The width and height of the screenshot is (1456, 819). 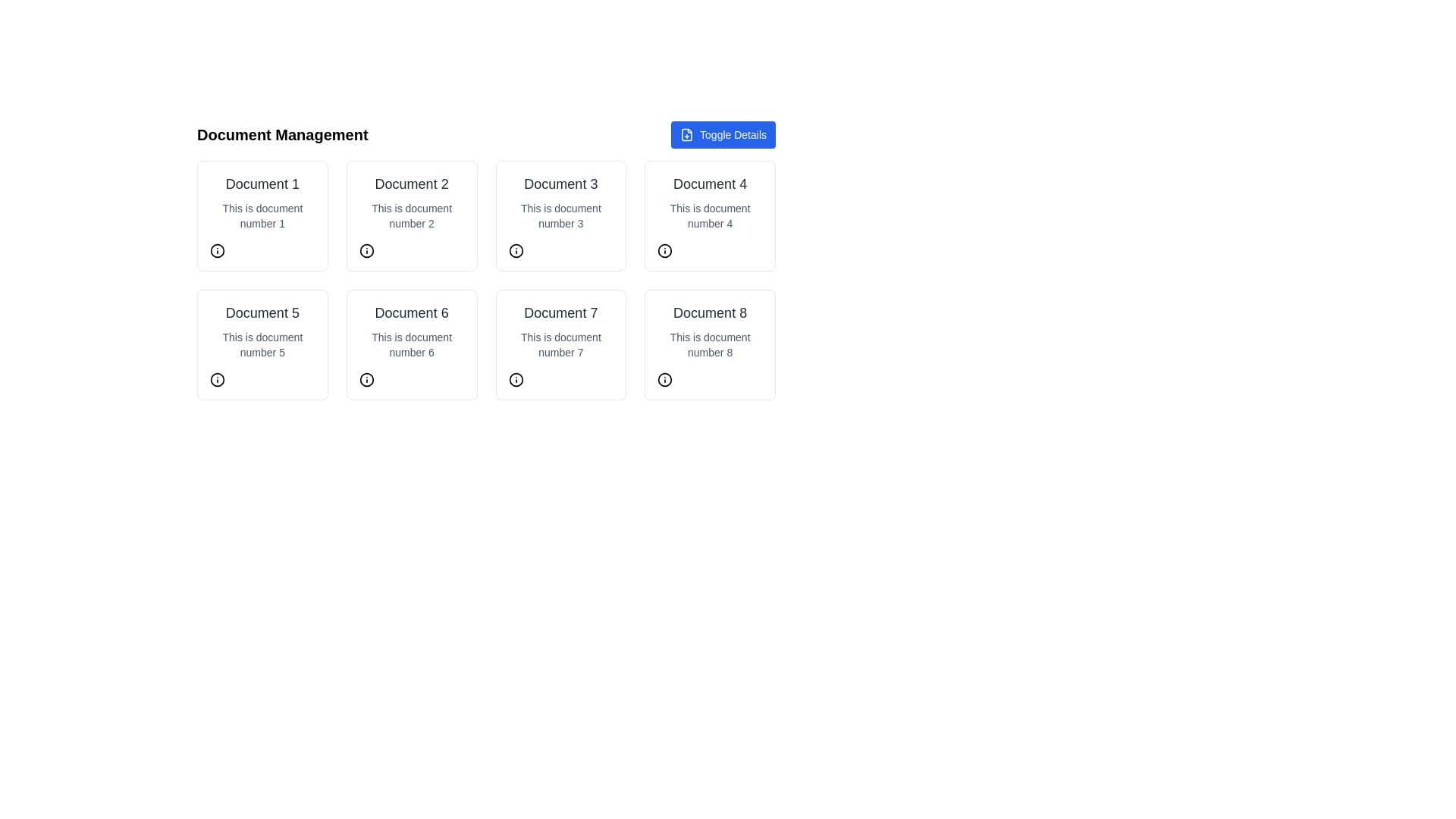 What do you see at coordinates (723, 133) in the screenshot?
I see `the blue rectangular button labeled 'Toggle Details' with a file icon` at bounding box center [723, 133].